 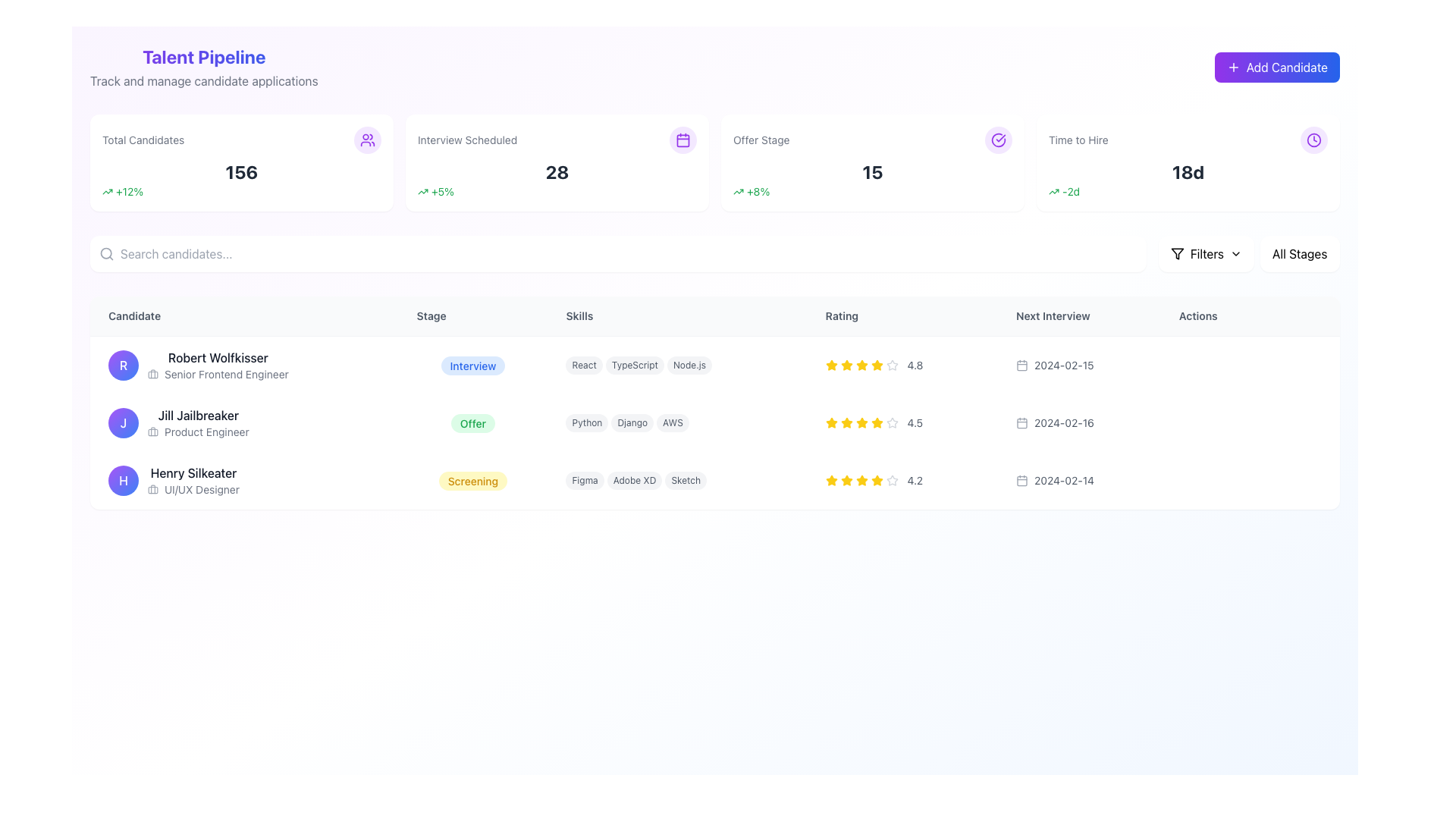 I want to click on the unfilled light gray star icon, which is the sixth star in the rating row next to the numeric rating value '4.8', so click(x=892, y=366).